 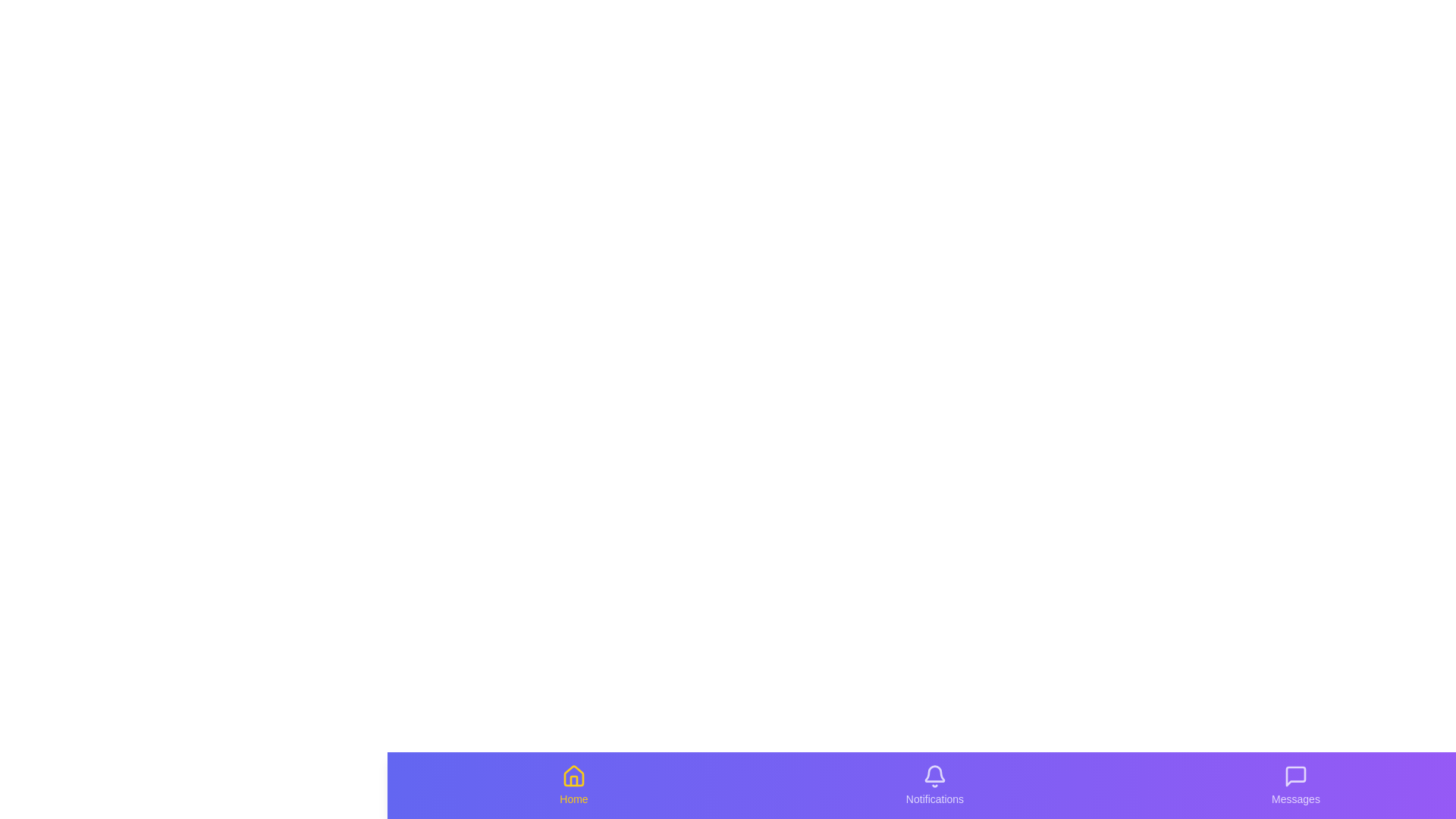 What do you see at coordinates (573, 785) in the screenshot?
I see `the Home icon to activate its functionality` at bounding box center [573, 785].